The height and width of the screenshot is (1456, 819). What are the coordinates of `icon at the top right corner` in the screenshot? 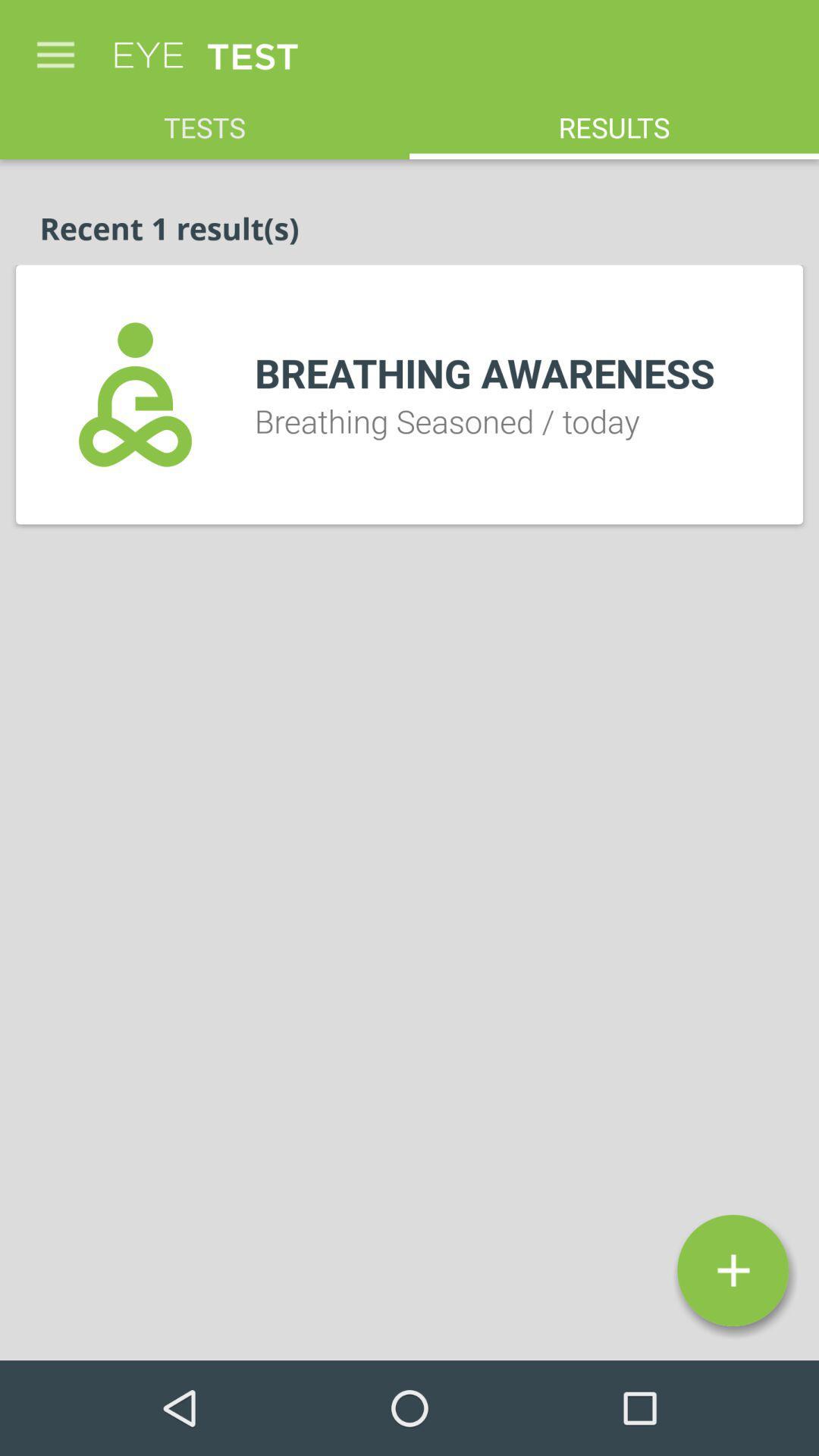 It's located at (614, 118).